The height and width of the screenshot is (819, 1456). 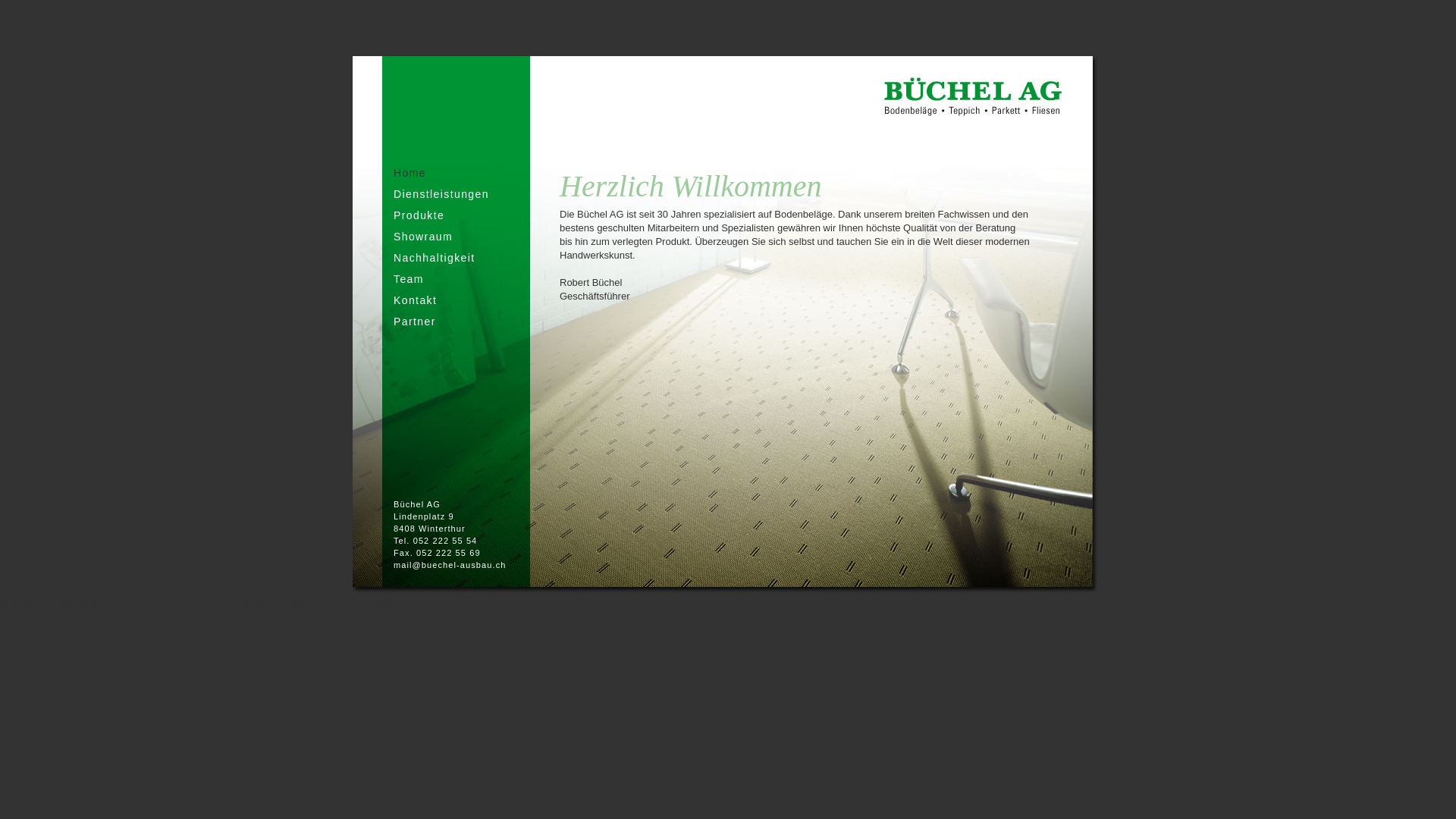 What do you see at coordinates (408, 278) in the screenshot?
I see `'Team'` at bounding box center [408, 278].